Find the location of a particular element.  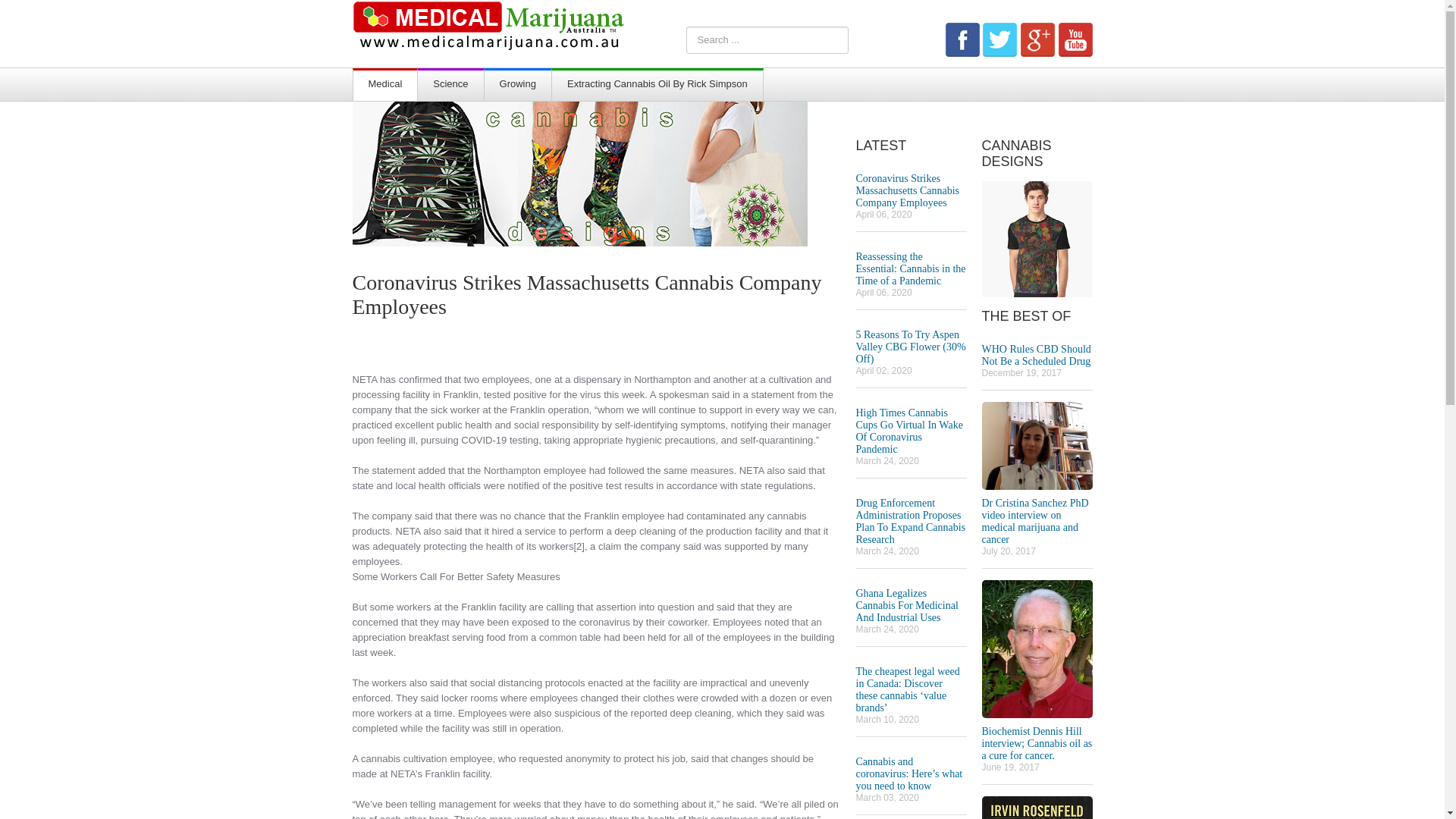

'Medical' is located at coordinates (352, 85).